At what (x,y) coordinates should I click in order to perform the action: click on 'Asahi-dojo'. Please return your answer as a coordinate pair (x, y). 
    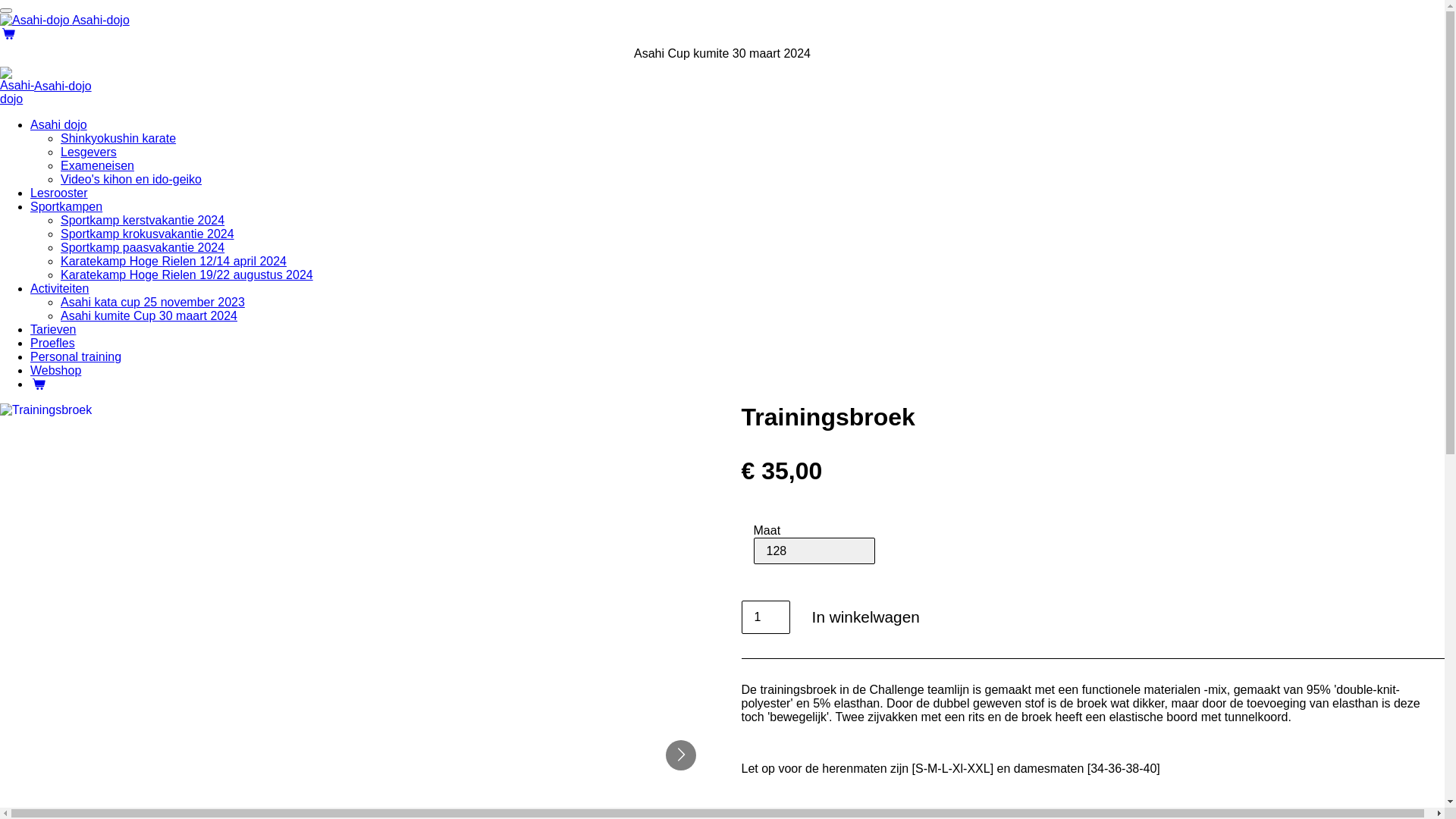
    Looking at the image, I should click on (35, 20).